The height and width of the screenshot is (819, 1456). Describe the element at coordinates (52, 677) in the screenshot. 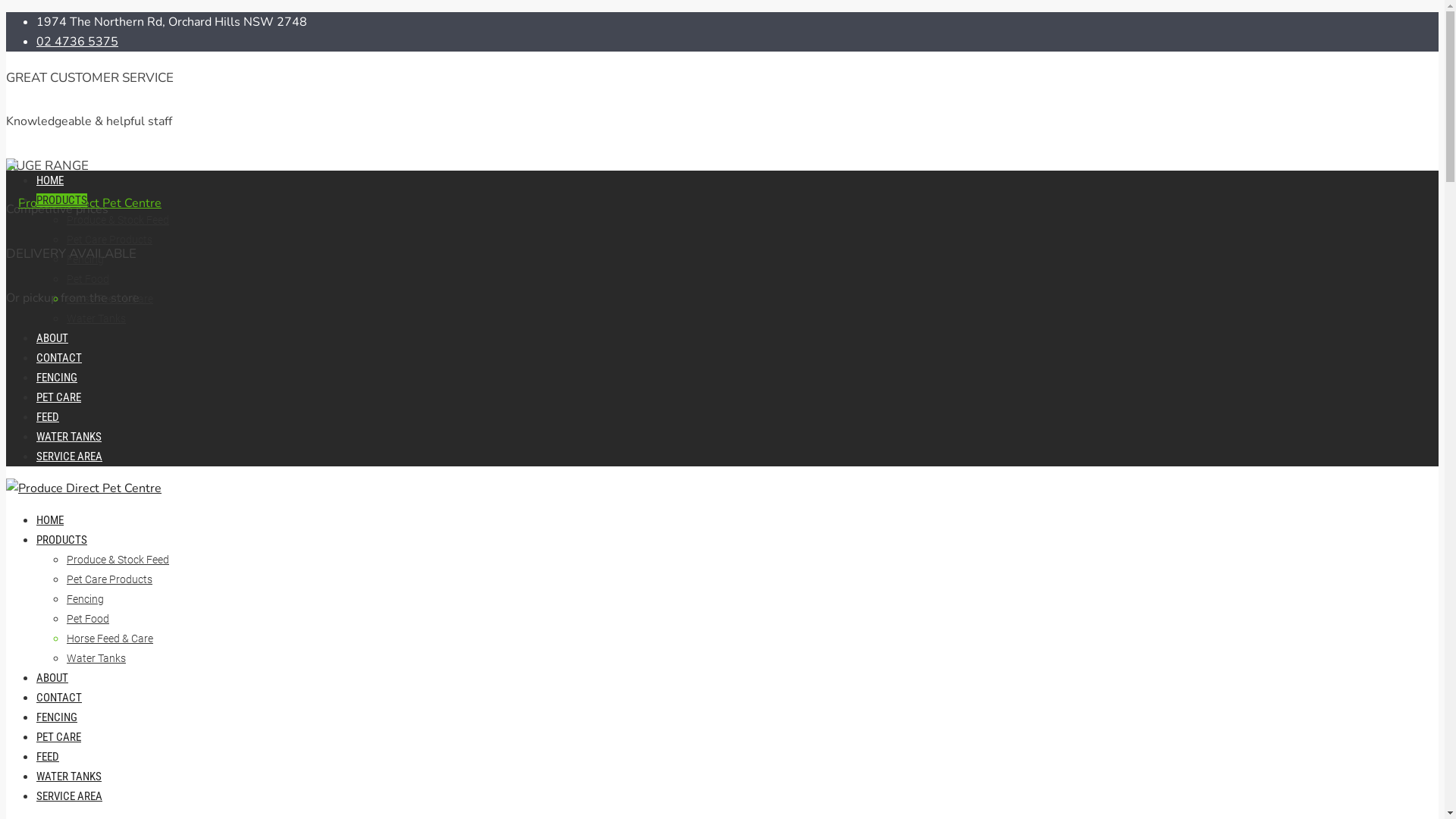

I see `'ABOUT'` at that location.